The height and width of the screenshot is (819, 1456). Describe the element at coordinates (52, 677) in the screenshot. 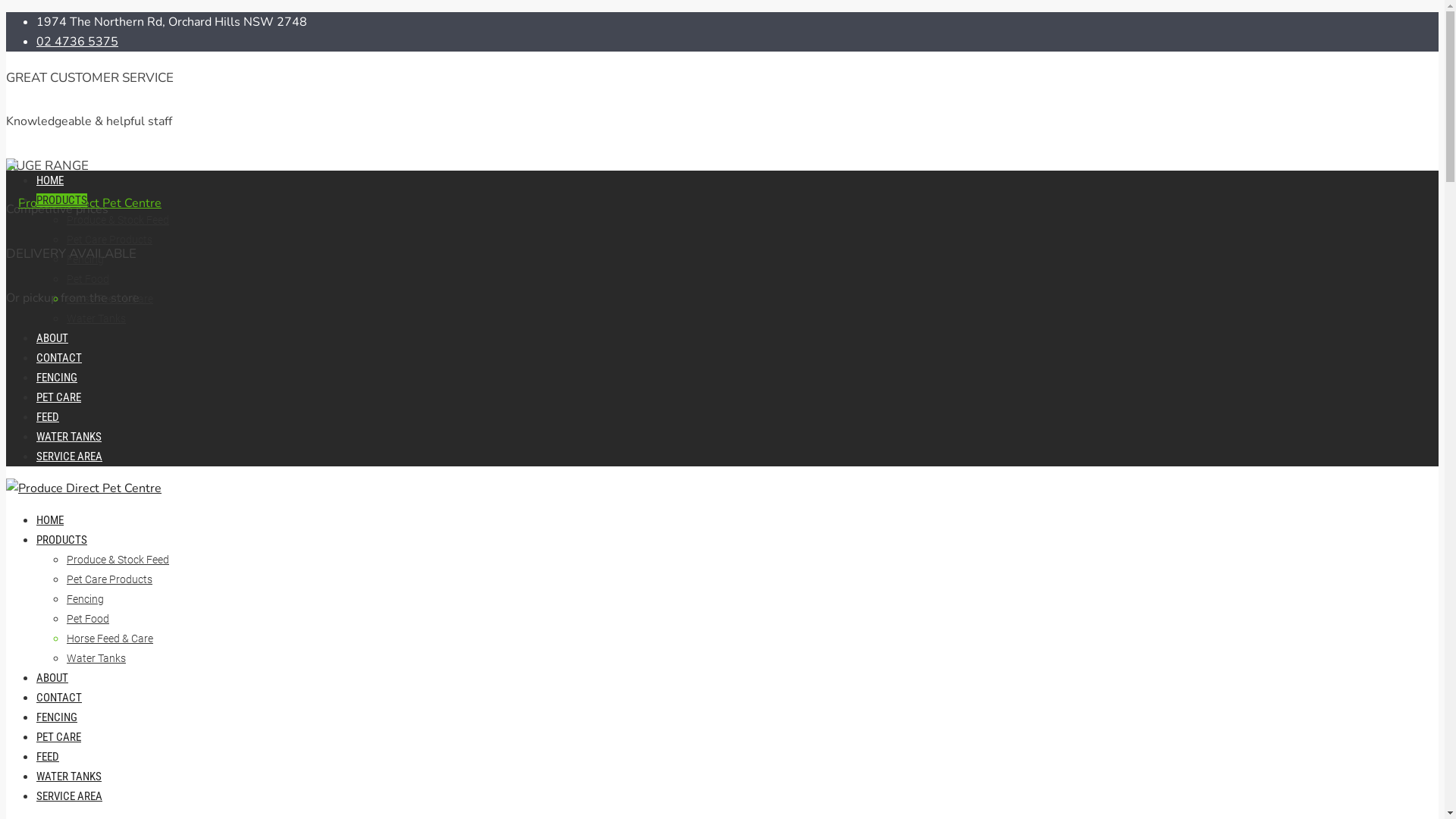

I see `'ABOUT'` at that location.